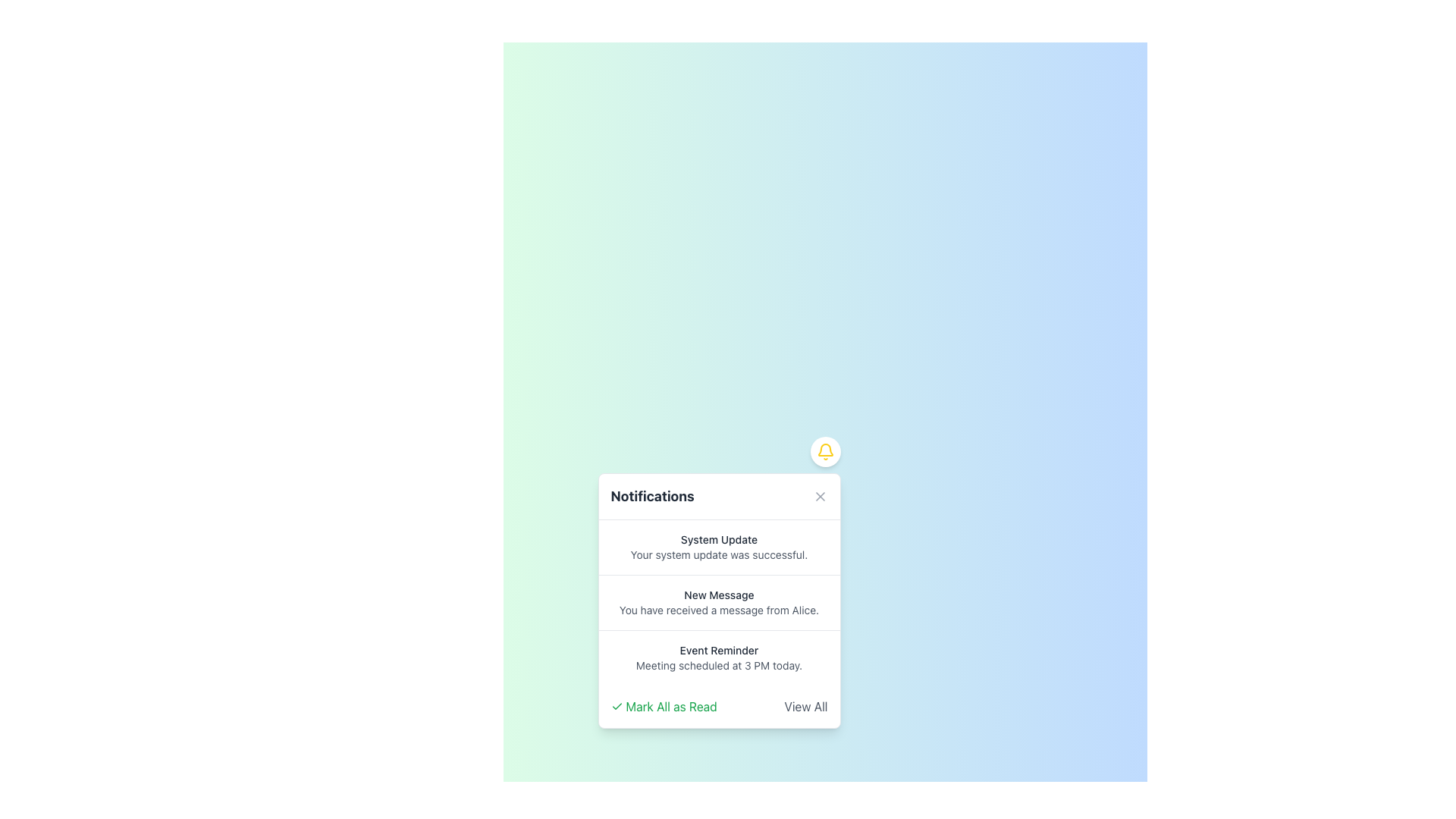 This screenshot has height=819, width=1456. What do you see at coordinates (824, 449) in the screenshot?
I see `the notification bell icon, which is a decorative component representing alerts, located at the top-right corner of the interface above the notifications panel` at bounding box center [824, 449].